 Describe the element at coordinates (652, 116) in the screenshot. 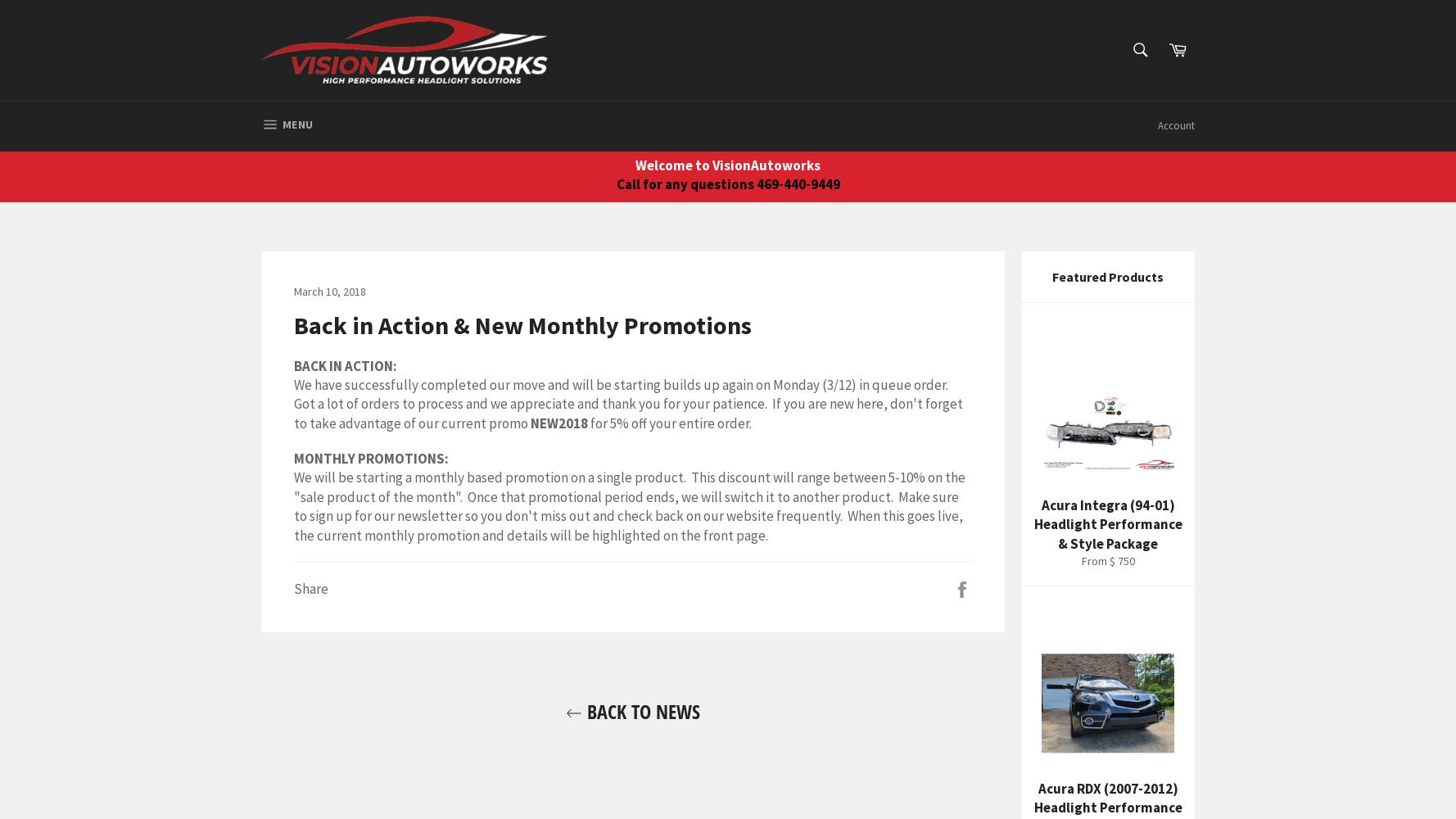

I see `'Item added to cart.'` at that location.